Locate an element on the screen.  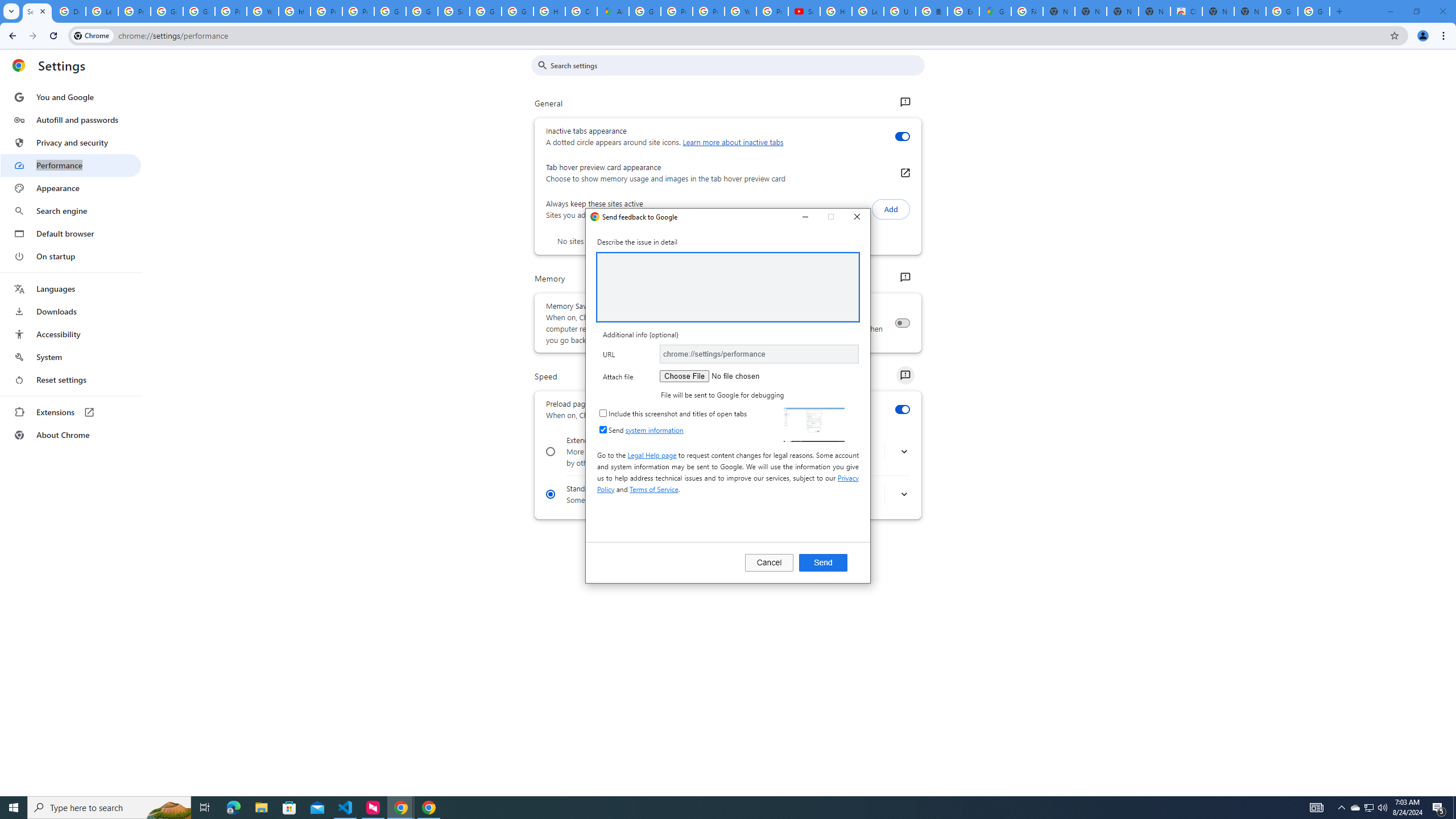
'Appearance' is located at coordinates (70, 188).